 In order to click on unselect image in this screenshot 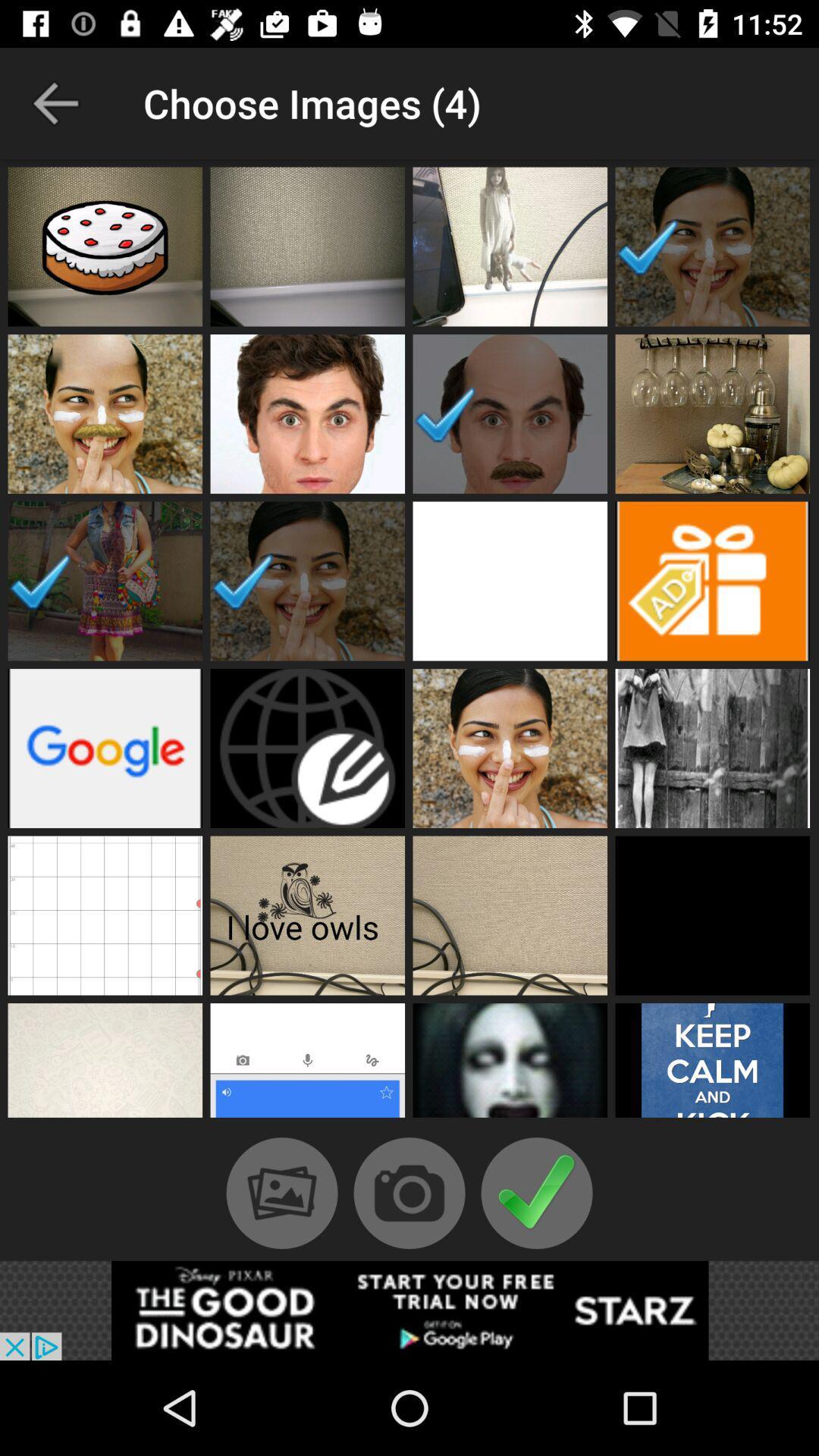, I will do `click(104, 580)`.